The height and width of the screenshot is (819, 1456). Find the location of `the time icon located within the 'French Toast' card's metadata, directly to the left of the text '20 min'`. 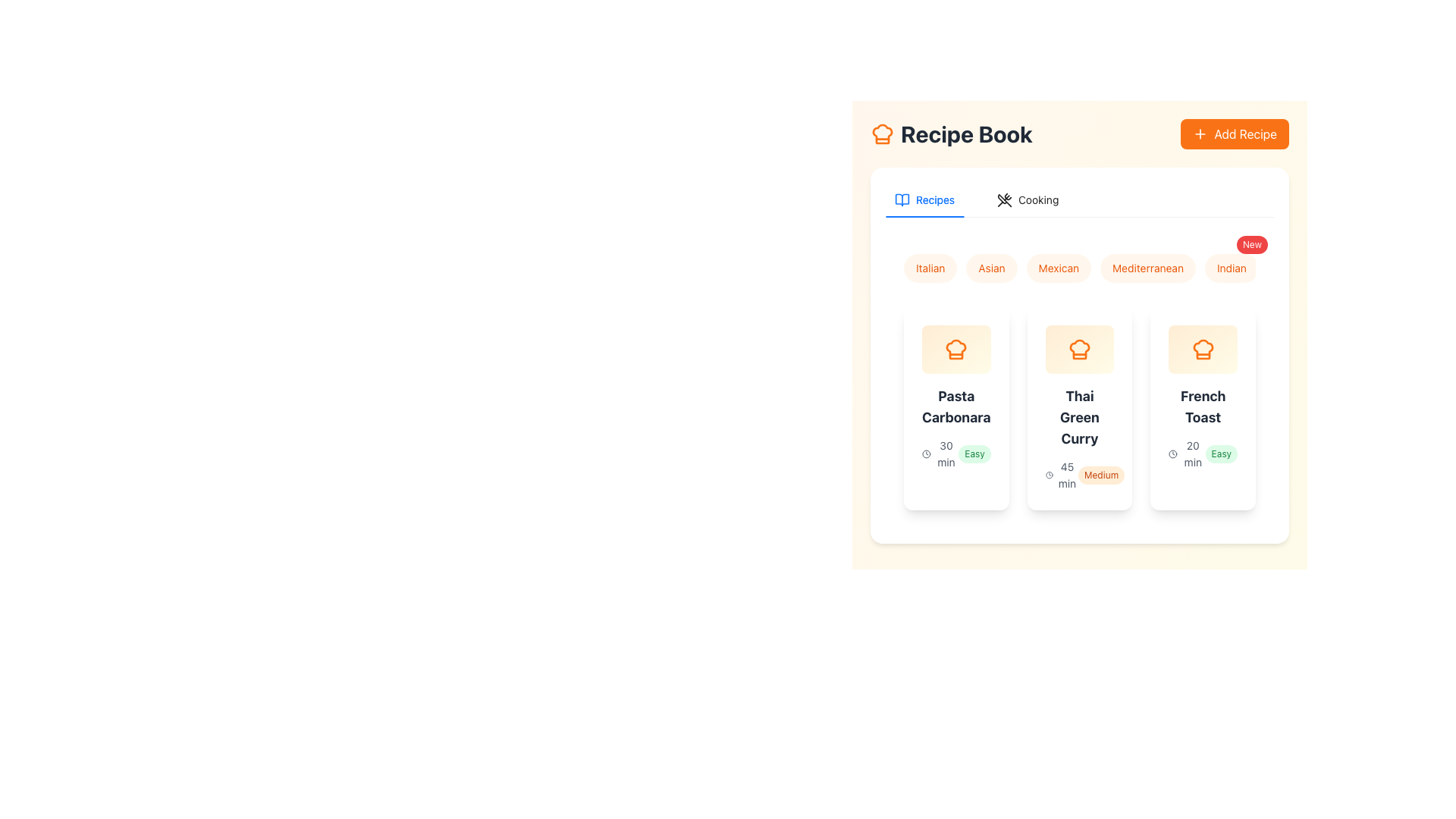

the time icon located within the 'French Toast' card's metadata, directly to the left of the text '20 min' is located at coordinates (1172, 453).